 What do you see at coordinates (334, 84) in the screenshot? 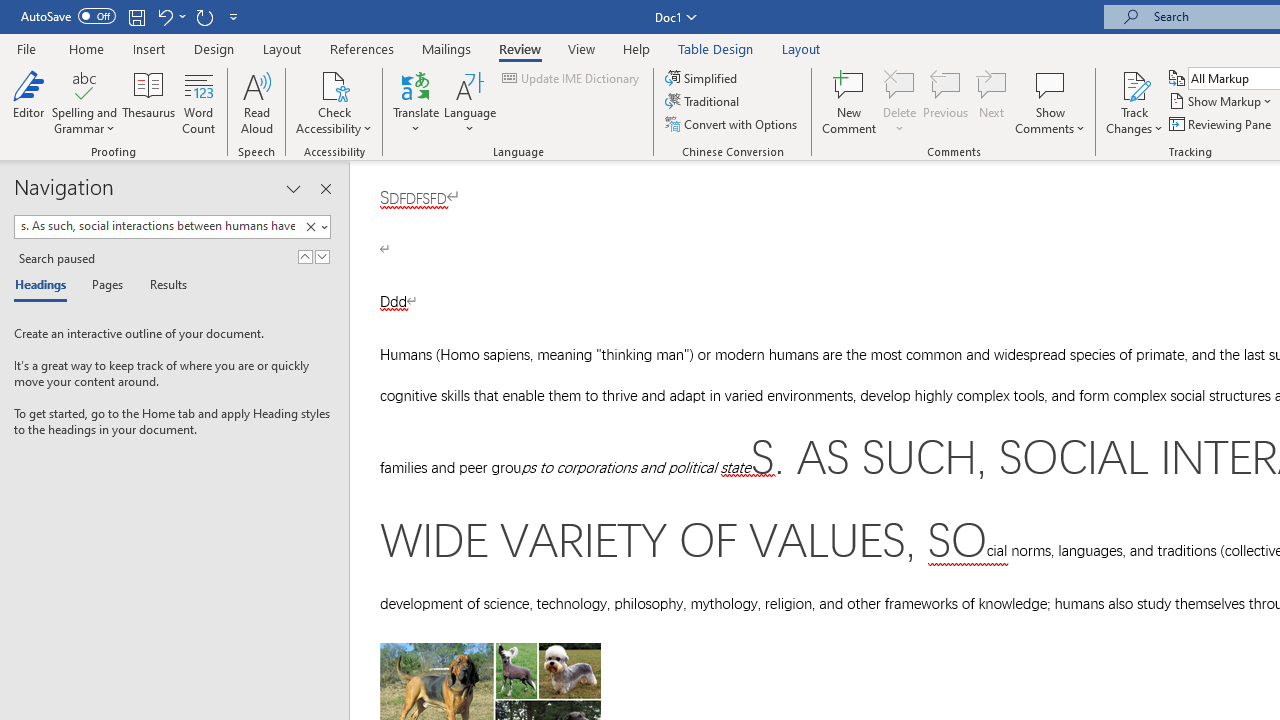
I see `'Check Accessibility'` at bounding box center [334, 84].